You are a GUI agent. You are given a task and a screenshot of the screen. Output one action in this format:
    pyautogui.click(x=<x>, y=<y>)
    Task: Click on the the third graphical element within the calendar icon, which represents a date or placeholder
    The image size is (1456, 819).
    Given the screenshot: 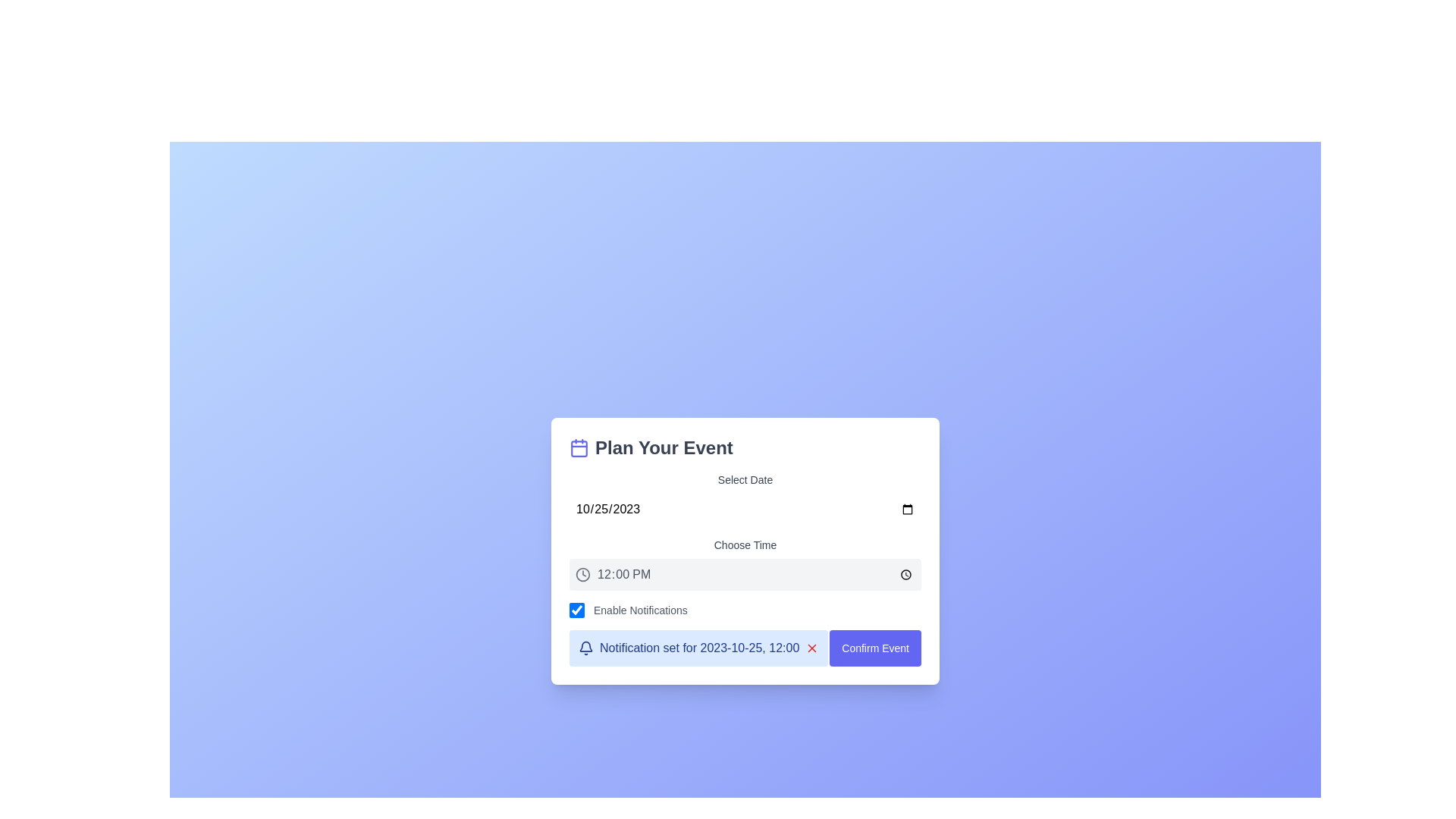 What is the action you would take?
    pyautogui.click(x=578, y=447)
    